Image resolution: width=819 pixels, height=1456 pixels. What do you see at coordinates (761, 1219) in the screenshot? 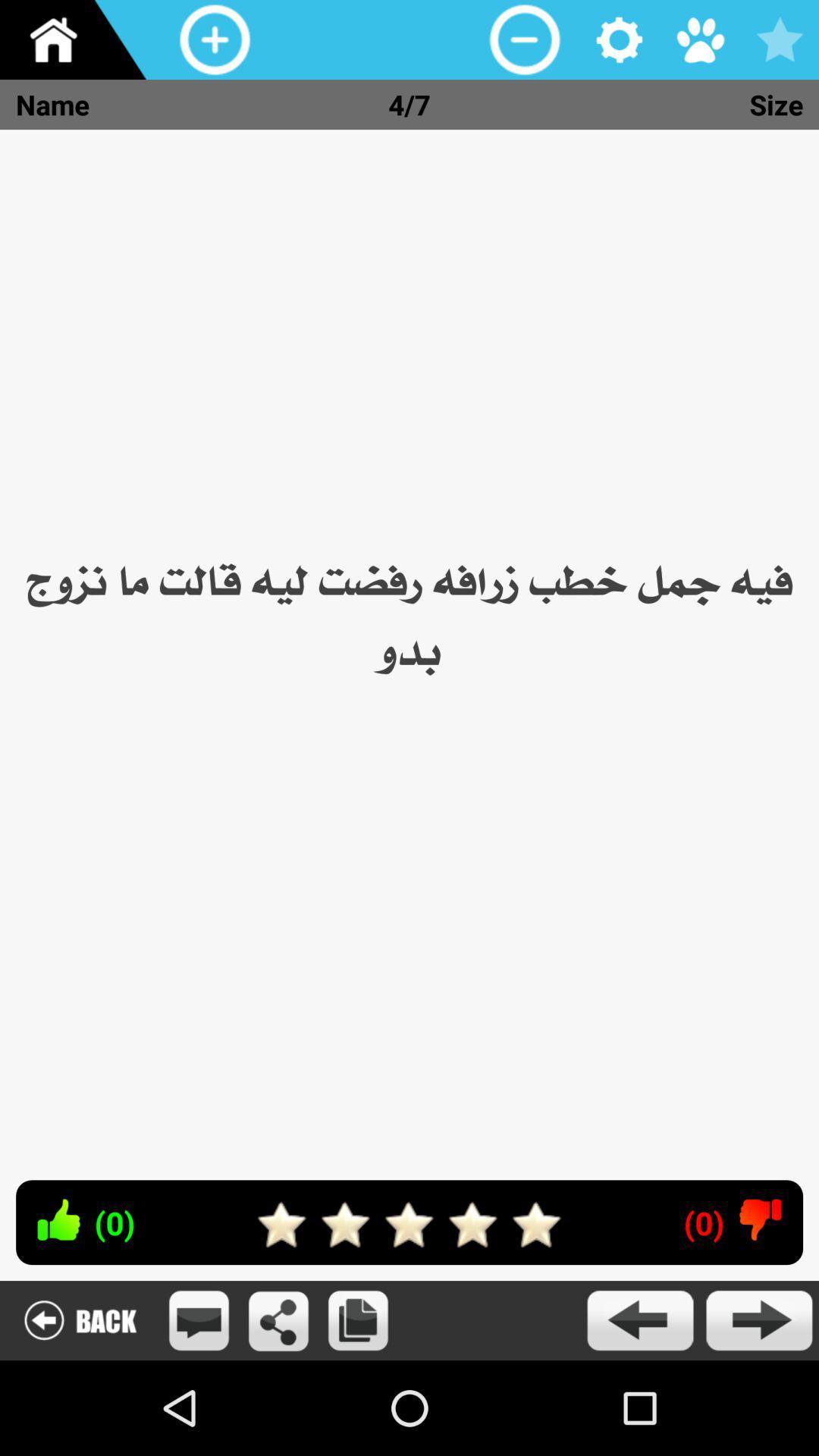
I see `down vote the content` at bounding box center [761, 1219].